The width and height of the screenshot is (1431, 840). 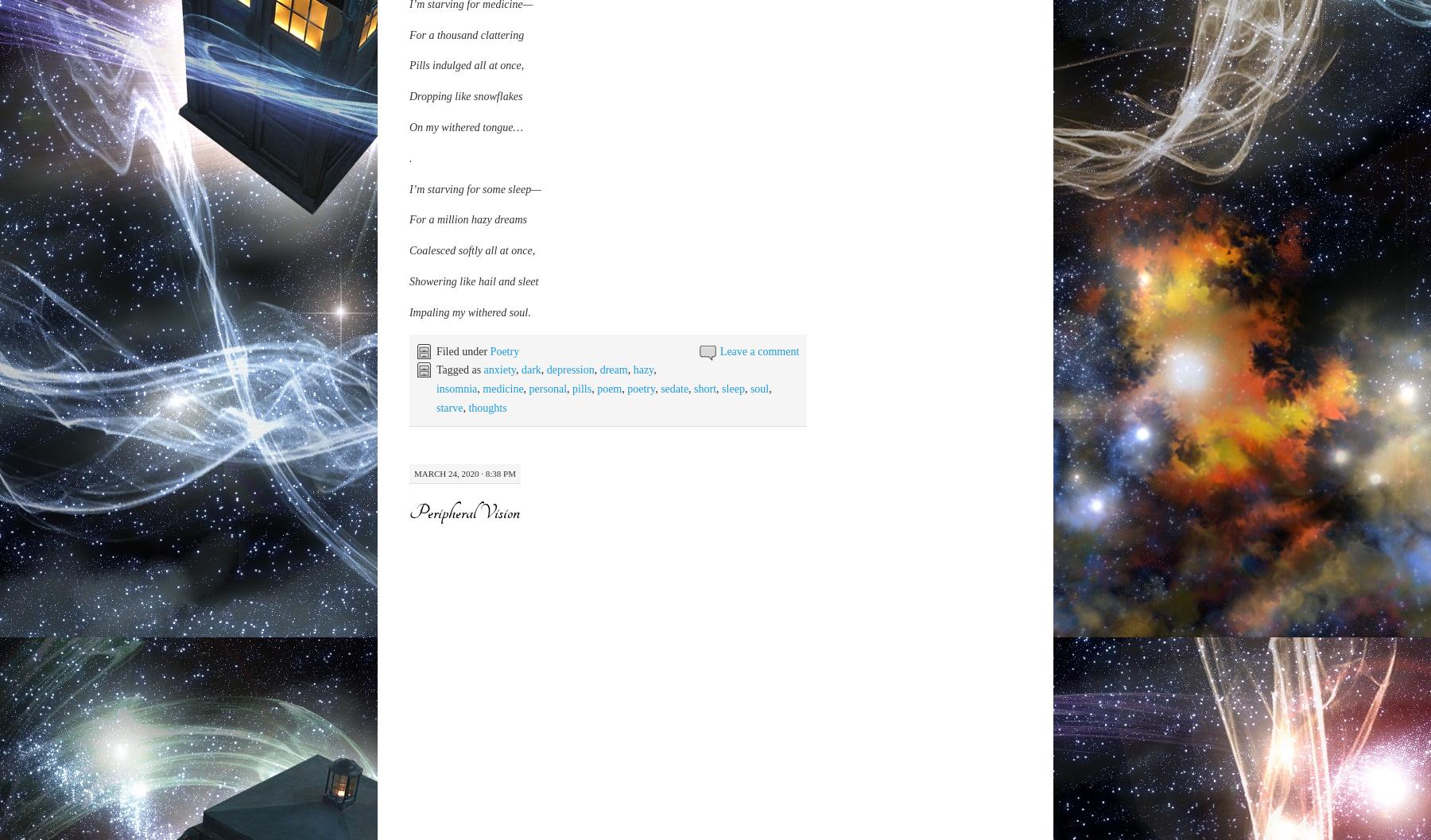 I want to click on 'A renegade dream', so click(x=449, y=582).